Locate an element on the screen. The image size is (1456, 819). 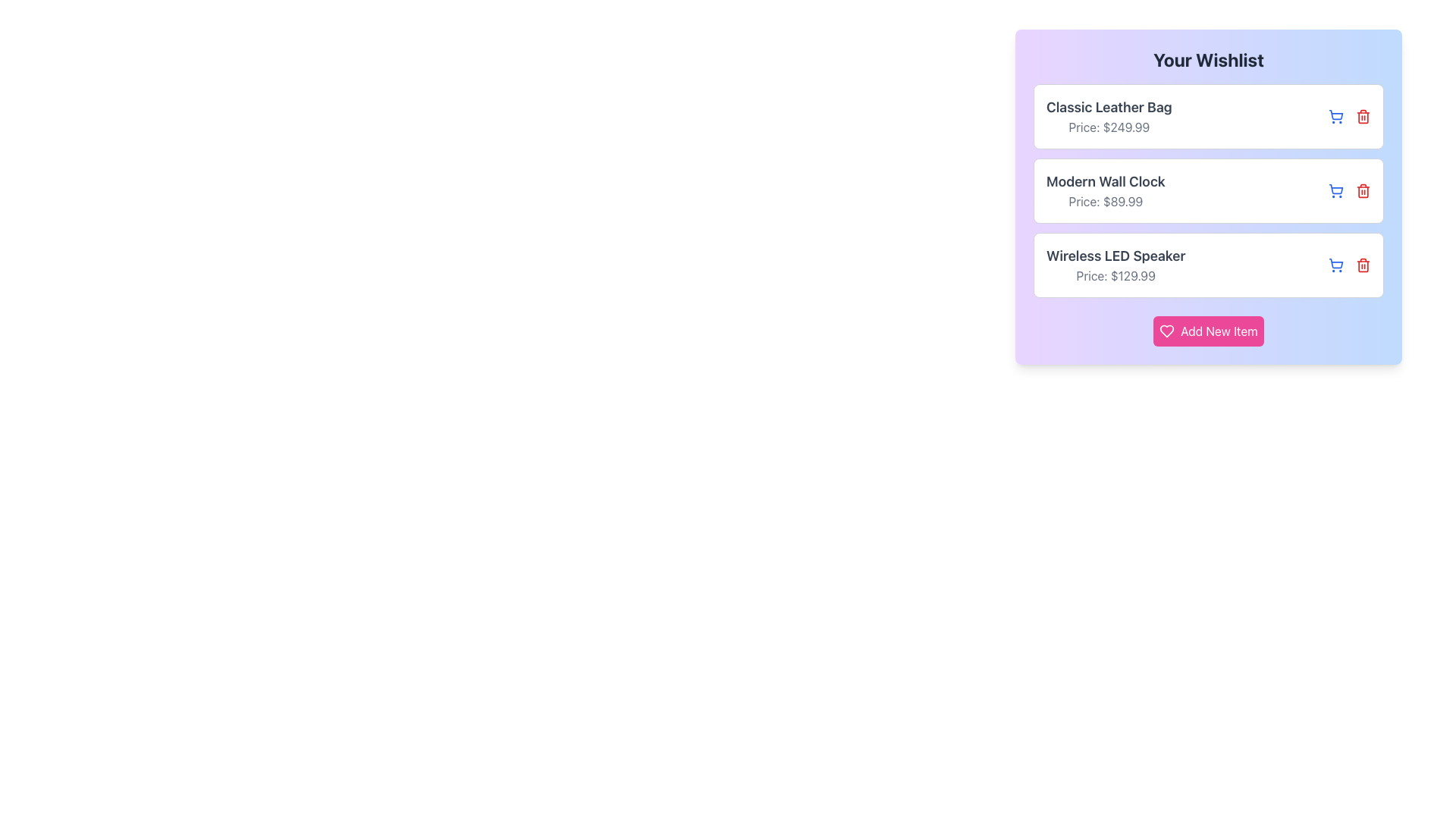
the 'Add to Cart' button located at the top-right corner of the wishlist item entry is located at coordinates (1335, 190).